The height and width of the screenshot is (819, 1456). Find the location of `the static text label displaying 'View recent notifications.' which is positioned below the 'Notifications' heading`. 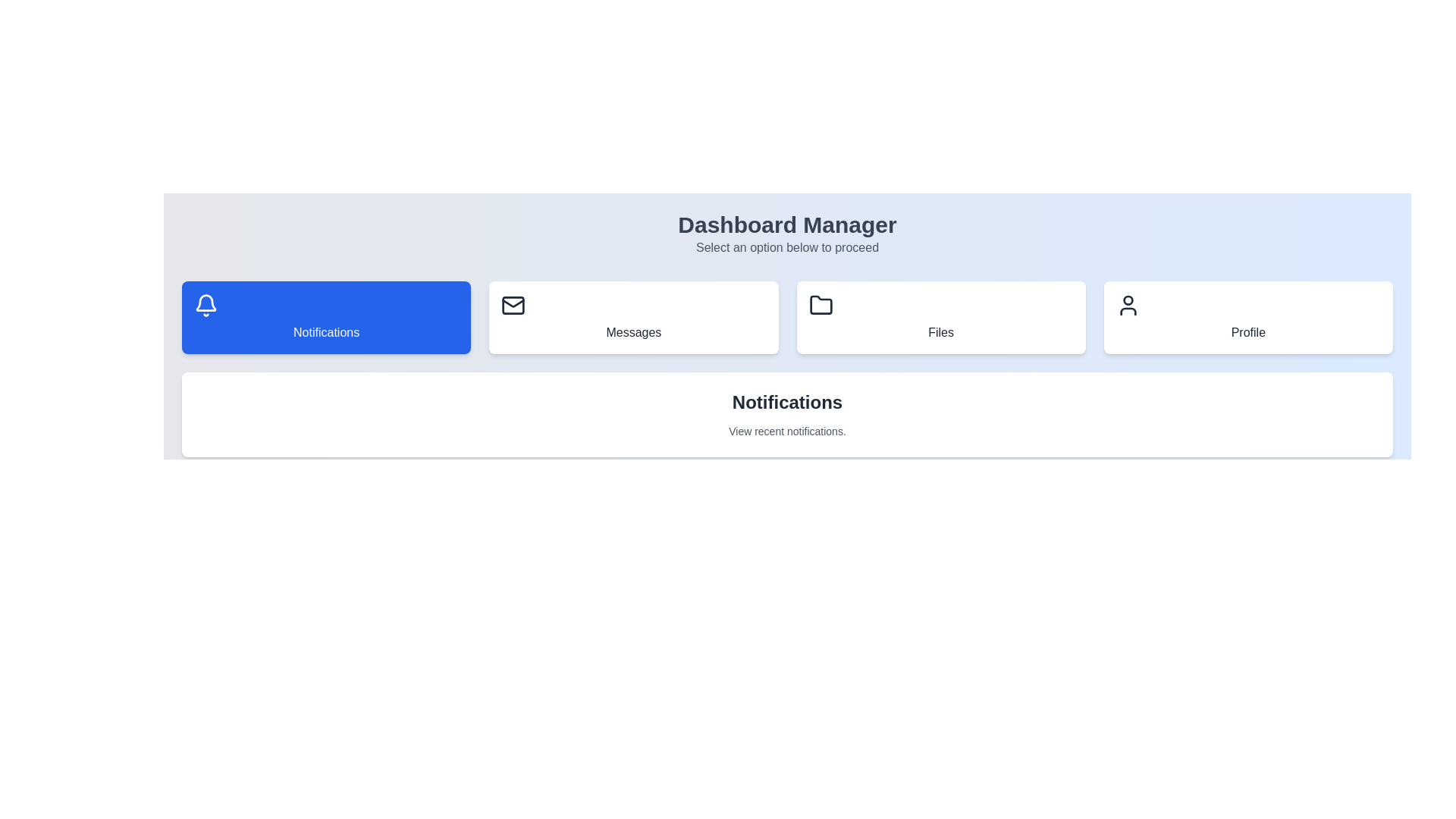

the static text label displaying 'View recent notifications.' which is positioned below the 'Notifications' heading is located at coordinates (787, 431).